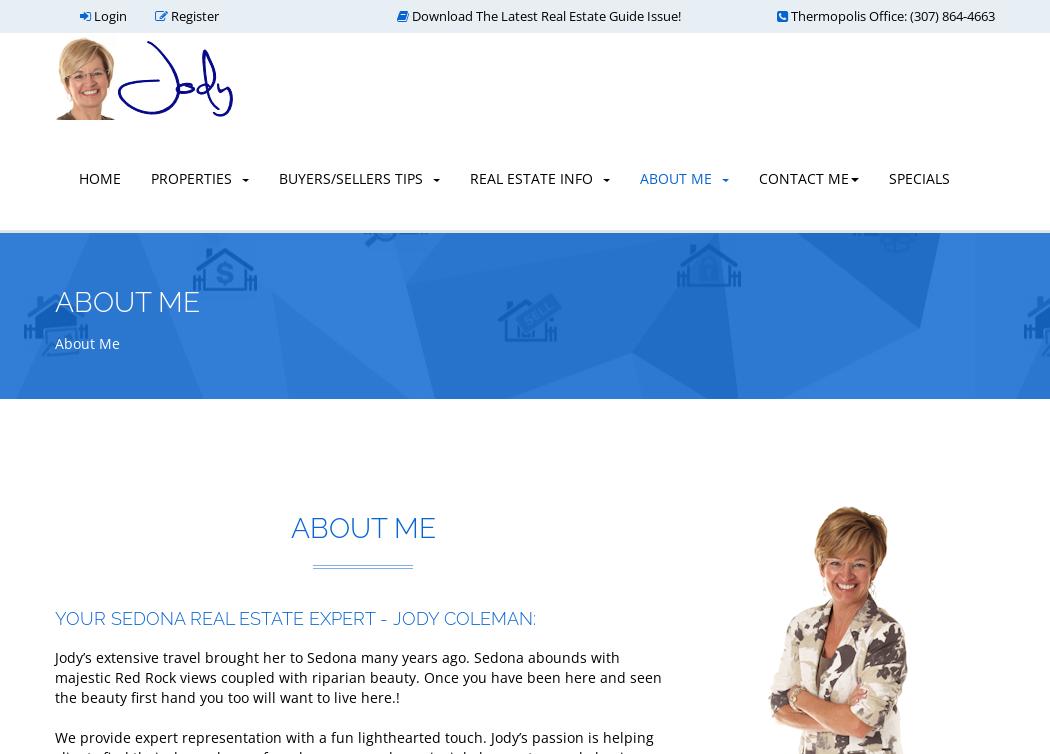  Describe the element at coordinates (350, 178) in the screenshot. I see `'Buyers/Sellers Tips'` at that location.